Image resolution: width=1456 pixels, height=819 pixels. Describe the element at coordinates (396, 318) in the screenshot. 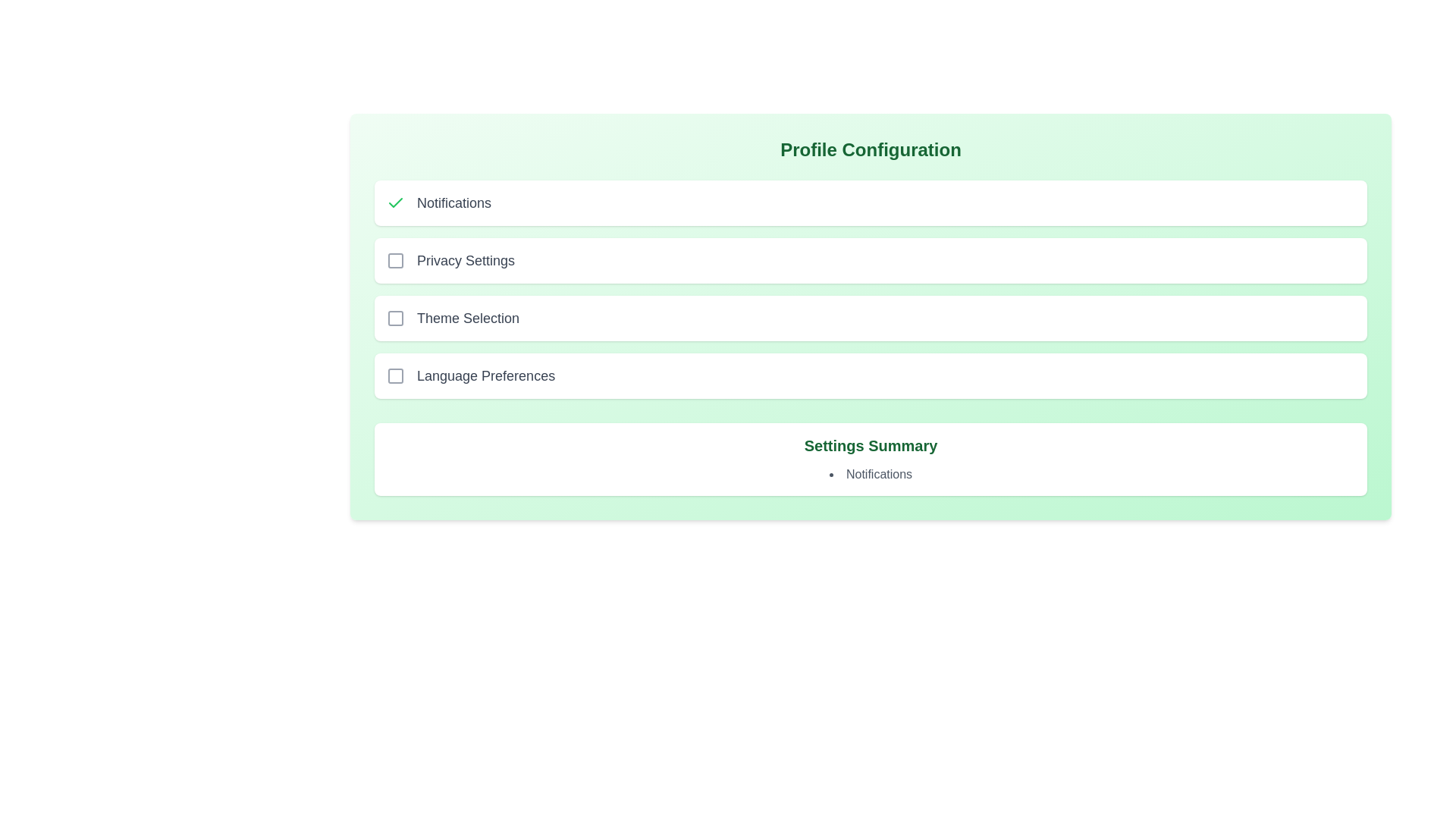

I see `the 'Theme Selection' checkbox` at that location.